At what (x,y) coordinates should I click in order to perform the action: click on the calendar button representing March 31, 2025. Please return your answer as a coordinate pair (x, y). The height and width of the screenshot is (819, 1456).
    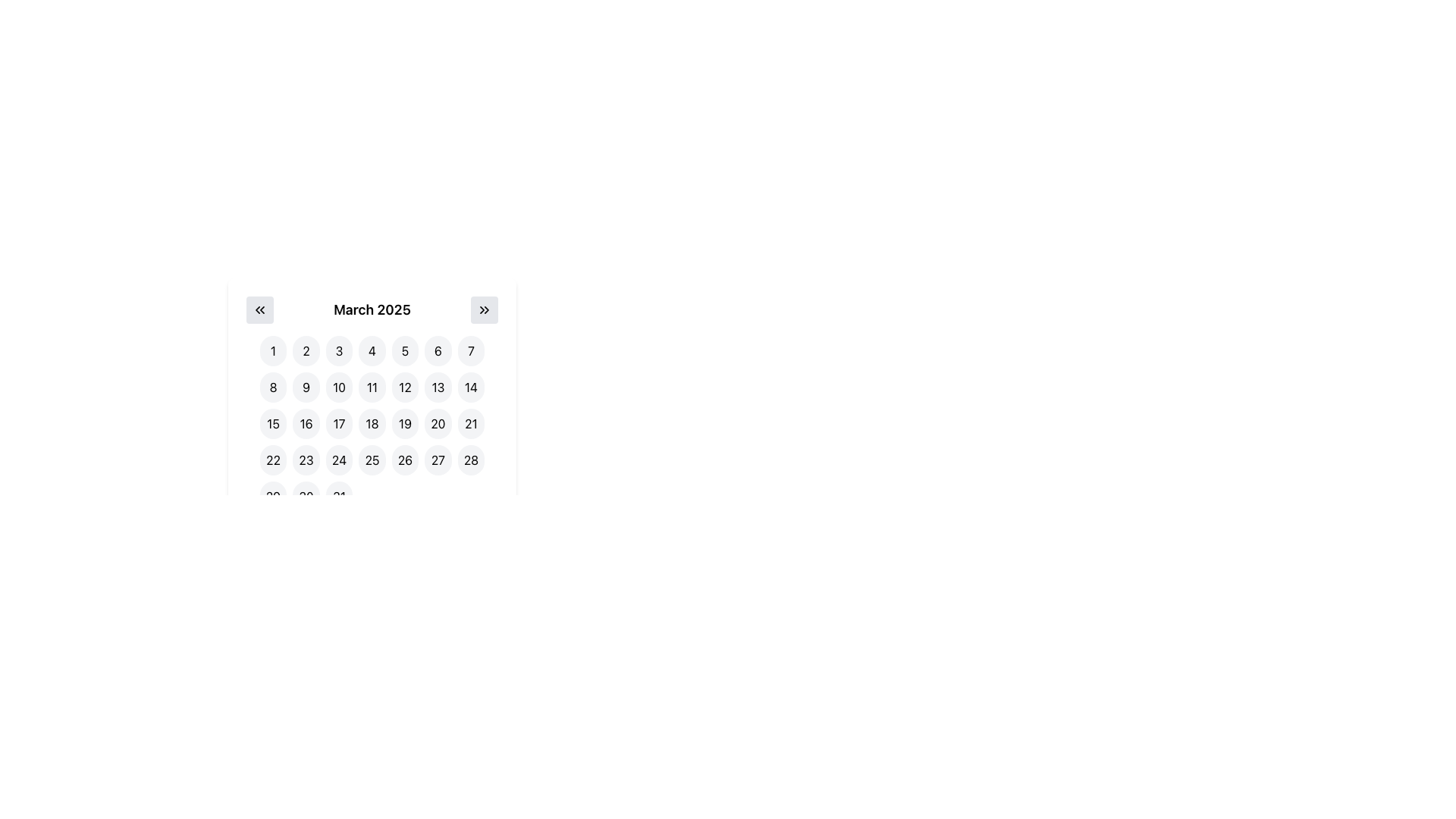
    Looking at the image, I should click on (338, 497).